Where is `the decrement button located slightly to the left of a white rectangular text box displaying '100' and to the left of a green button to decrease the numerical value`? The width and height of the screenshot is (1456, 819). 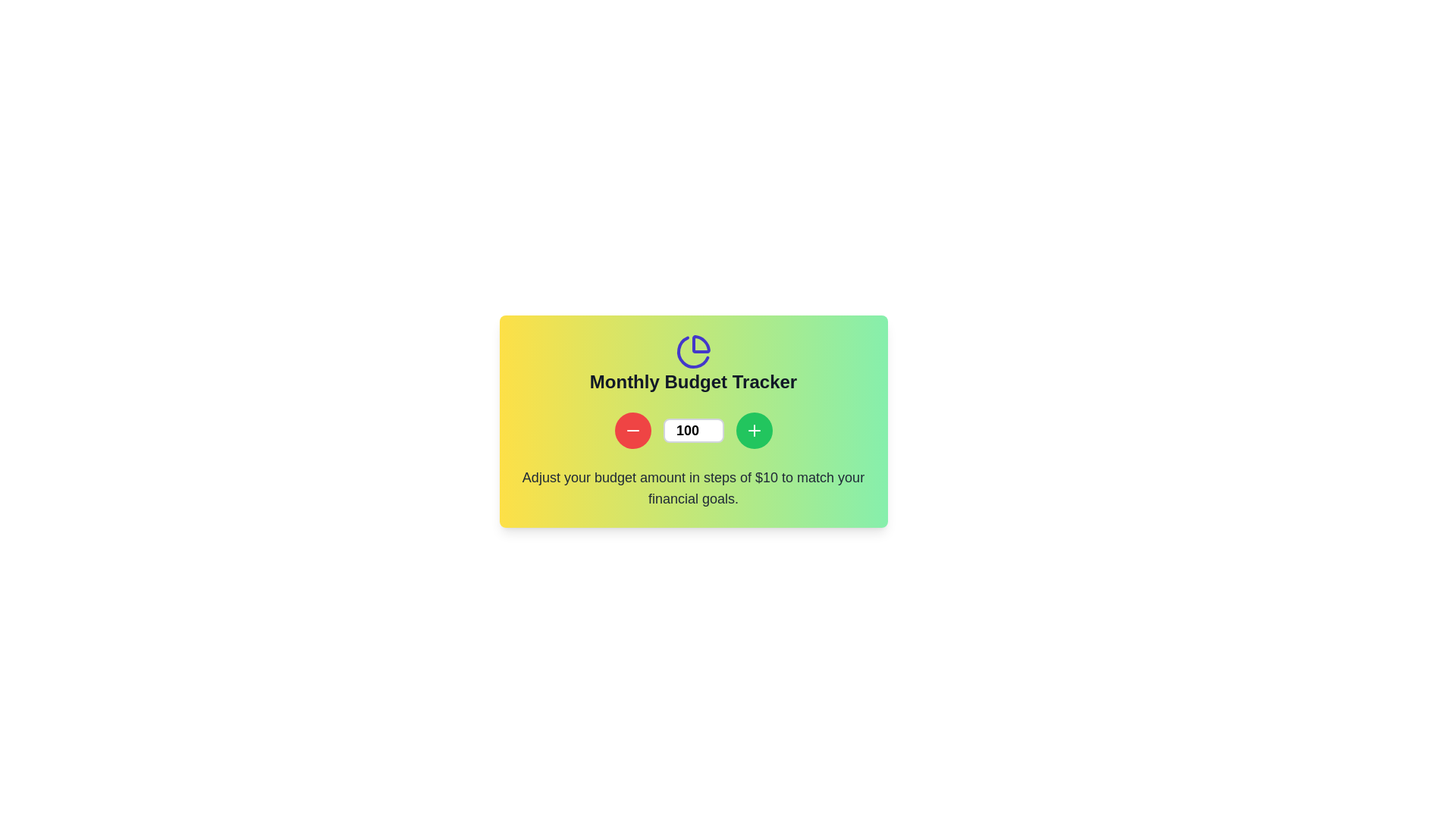 the decrement button located slightly to the left of a white rectangular text box displaying '100' and to the left of a green button to decrease the numerical value is located at coordinates (632, 430).